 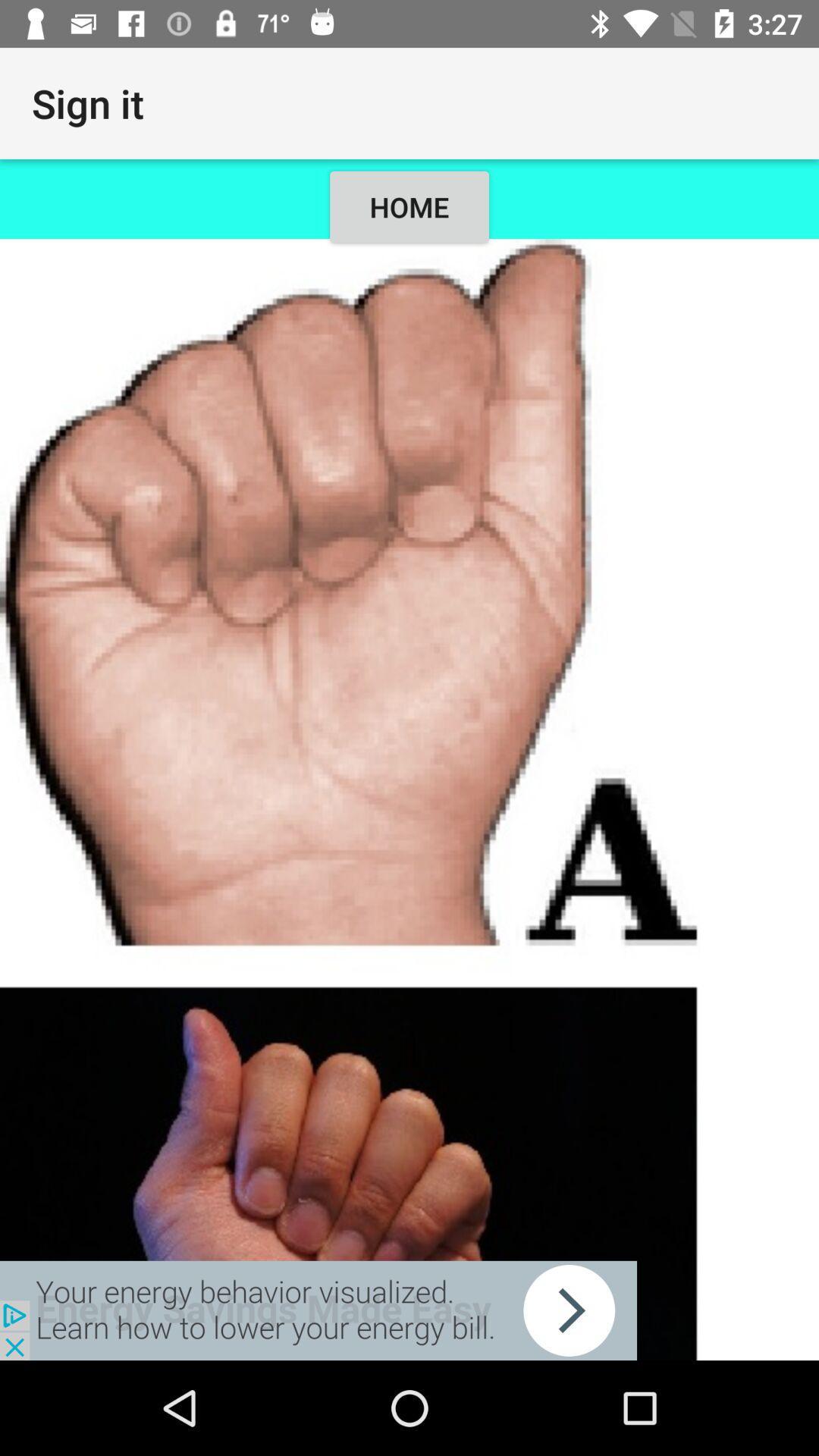 I want to click on click image, so click(x=409, y=799).